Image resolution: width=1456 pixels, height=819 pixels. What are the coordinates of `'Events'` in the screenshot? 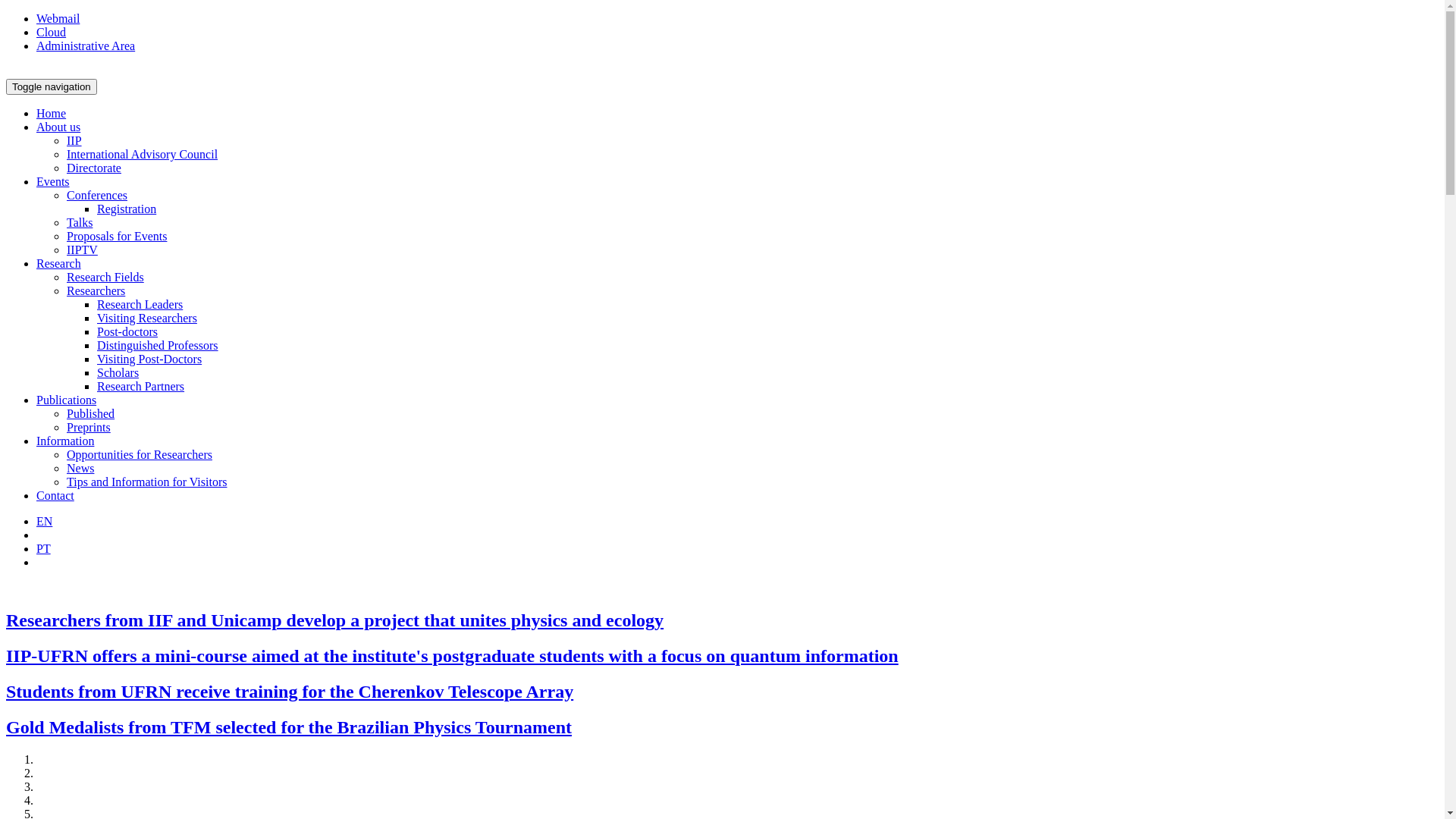 It's located at (53, 180).